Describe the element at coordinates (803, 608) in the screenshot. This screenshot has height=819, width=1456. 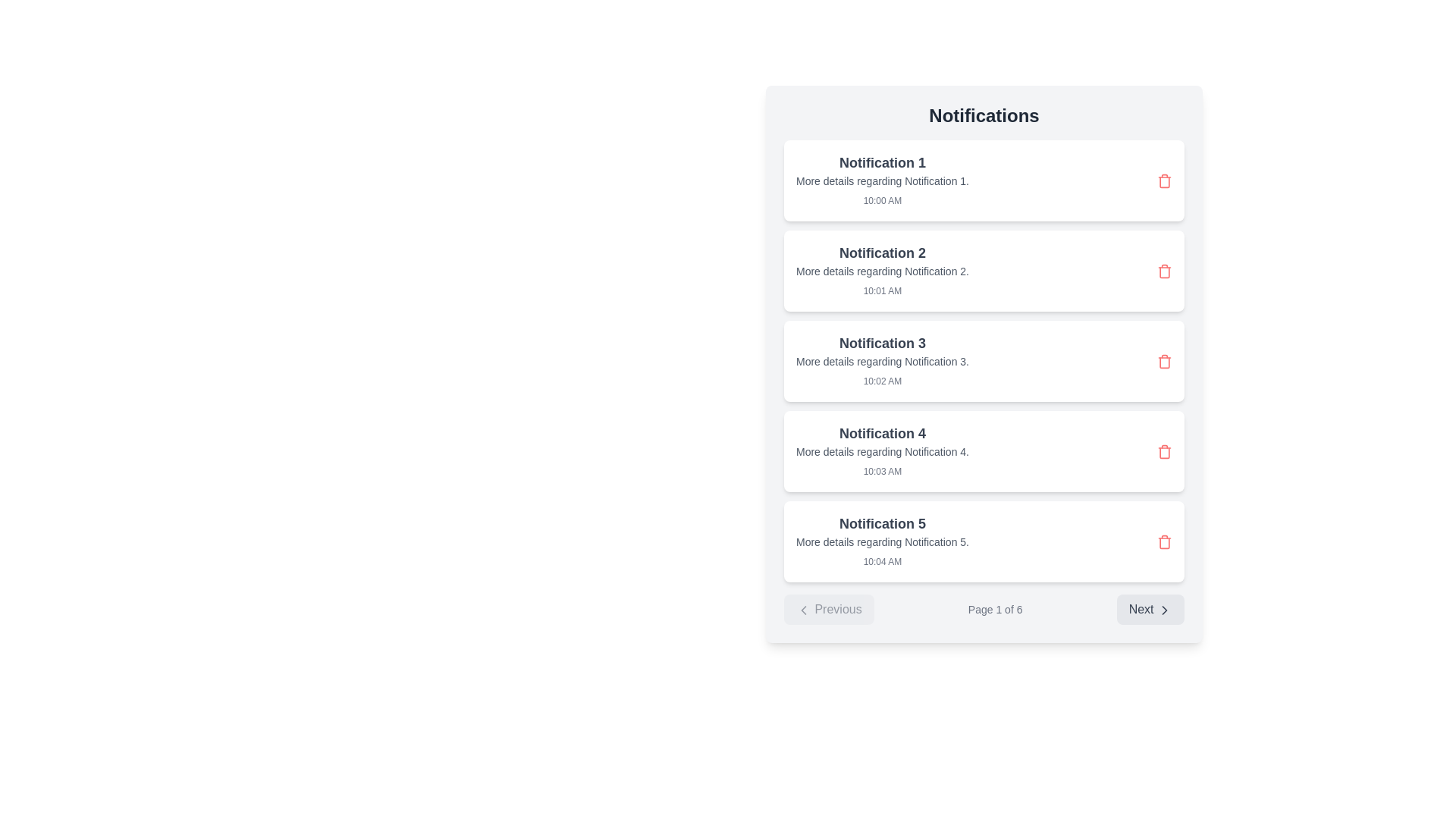
I see `the chevron-style arrow icon, which is part of the 'Previous' button located at the bottom-left corner of the interface` at that location.